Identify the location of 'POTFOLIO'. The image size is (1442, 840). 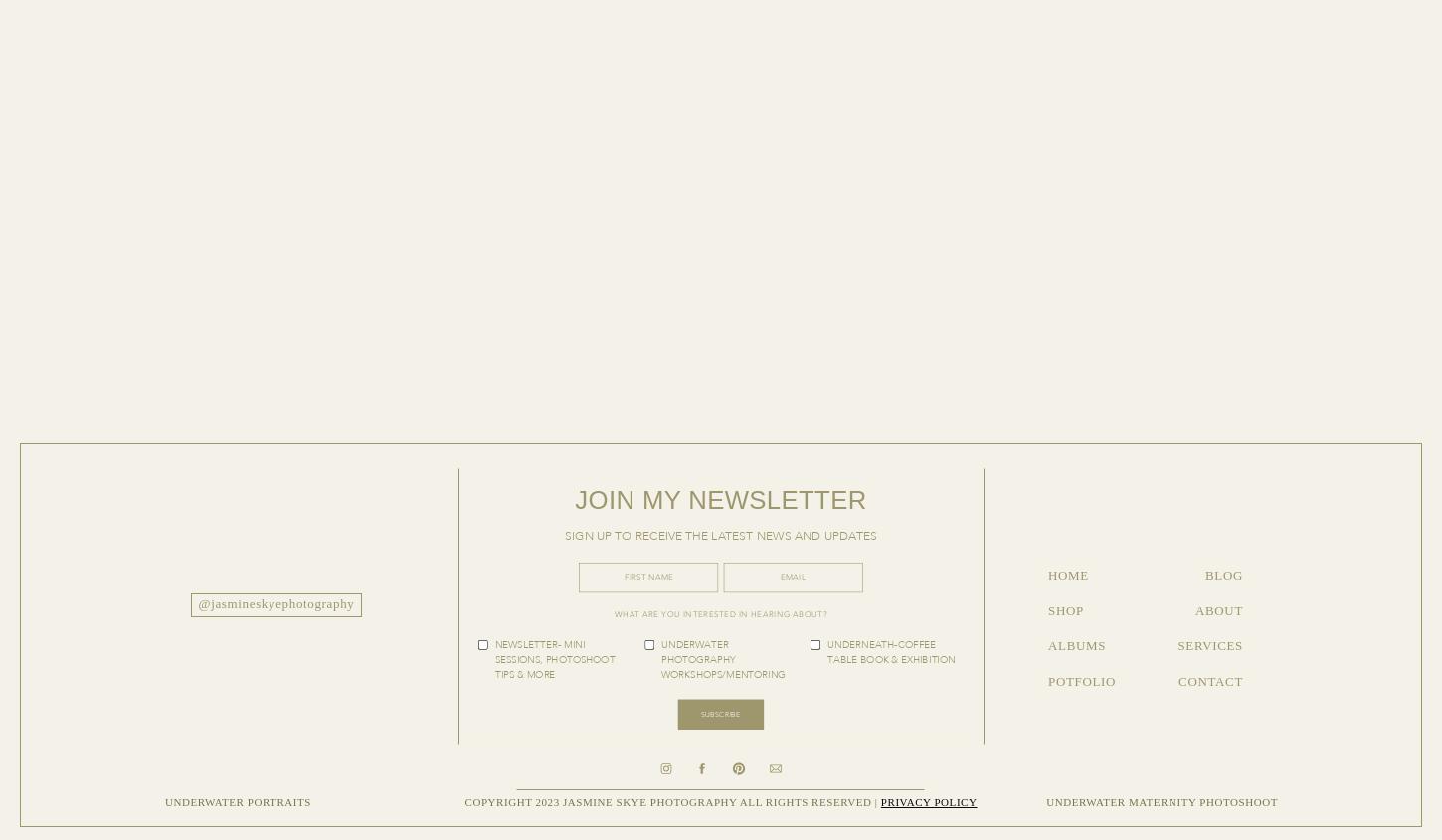
(1048, 680).